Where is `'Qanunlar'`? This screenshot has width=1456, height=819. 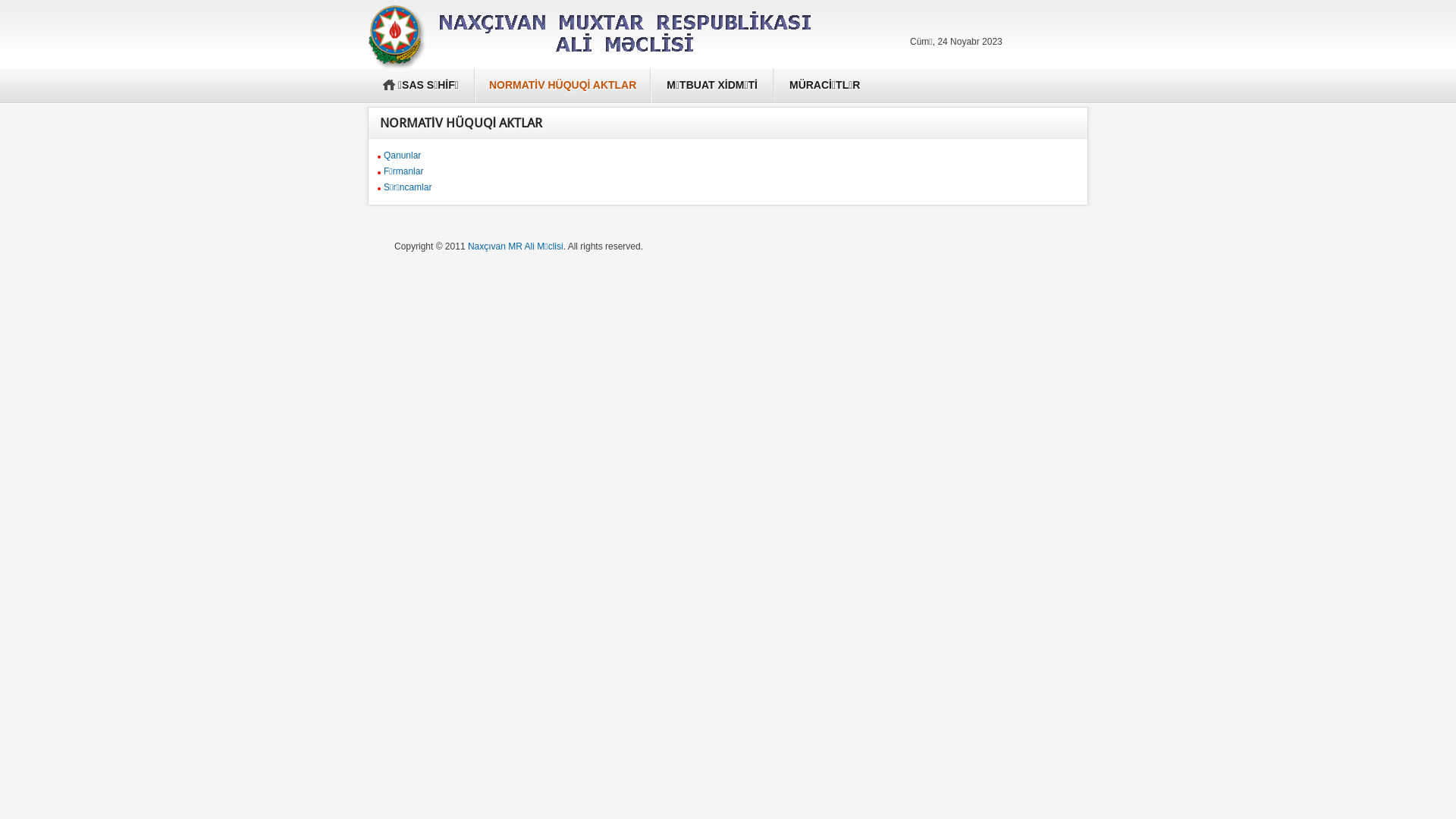
'Qanunlar' is located at coordinates (402, 155).